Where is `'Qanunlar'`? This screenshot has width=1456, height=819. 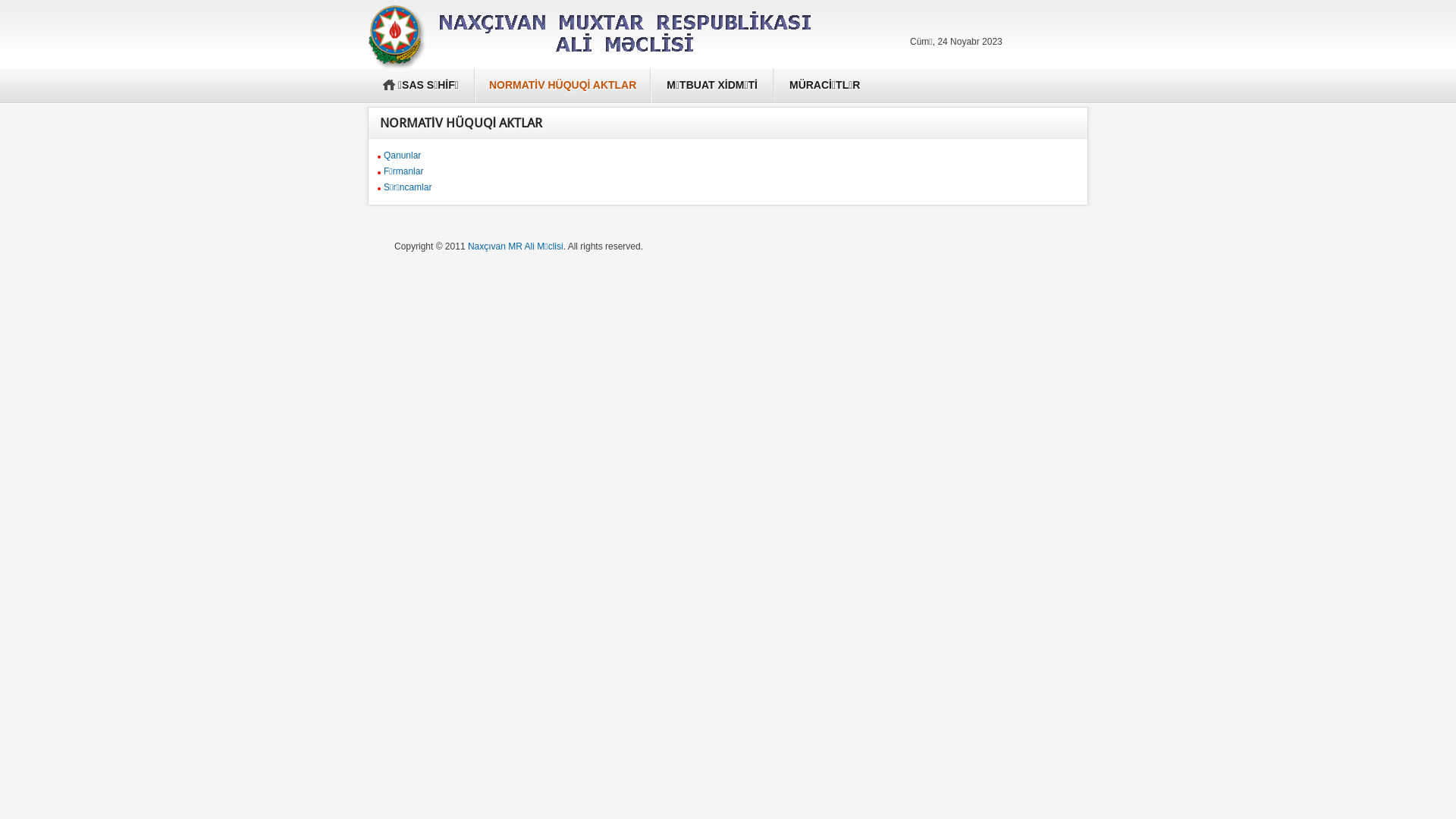
'Qanunlar' is located at coordinates (402, 155).